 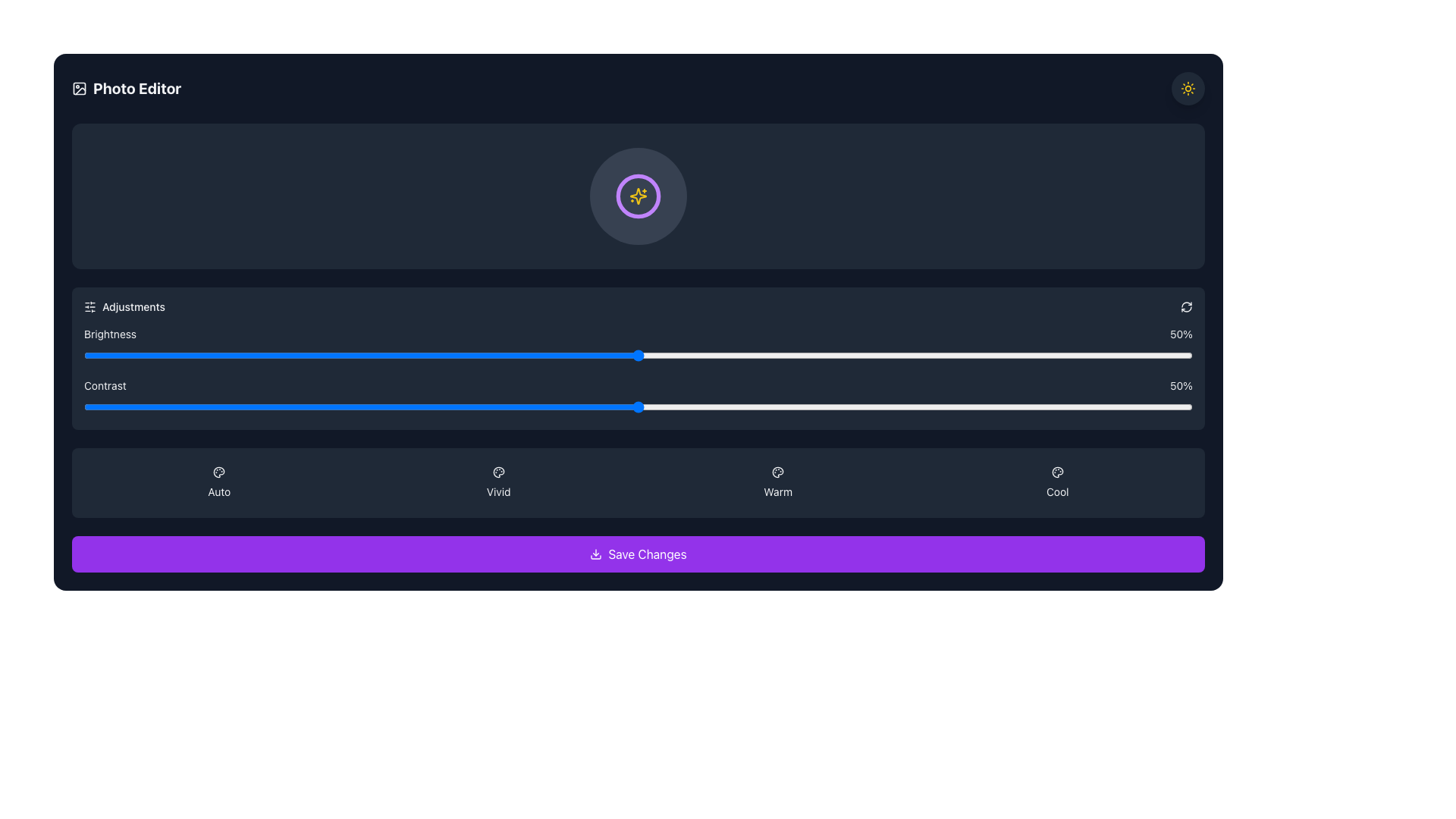 I want to click on contrast, so click(x=893, y=356).